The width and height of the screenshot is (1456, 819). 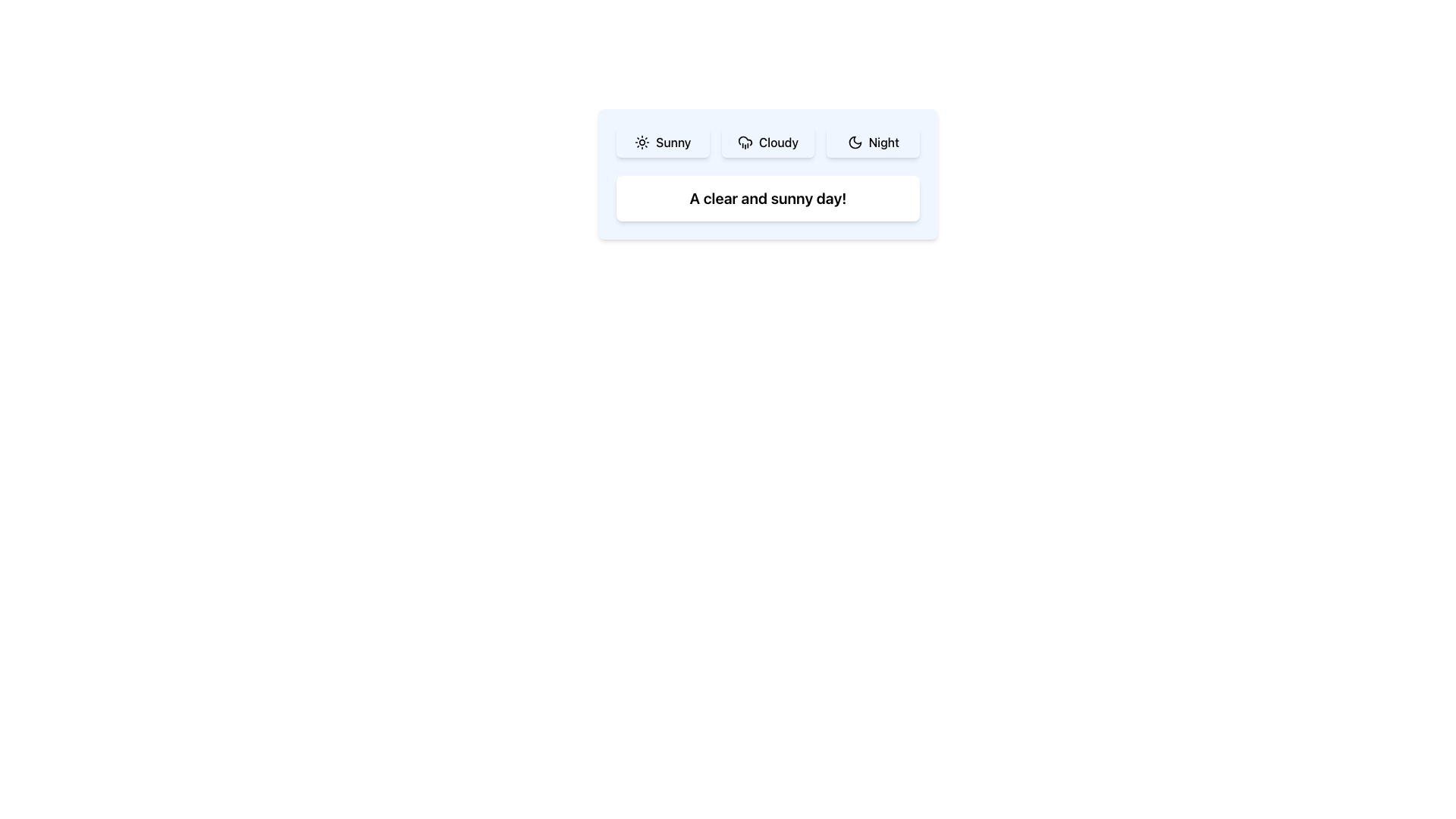 What do you see at coordinates (883, 143) in the screenshot?
I see `the 'Night' text label element, which displays the text 'Night' in a bold font, accompanied by a crescent moon icon, located within the rightmost button of a horizontal set of three buttons` at bounding box center [883, 143].